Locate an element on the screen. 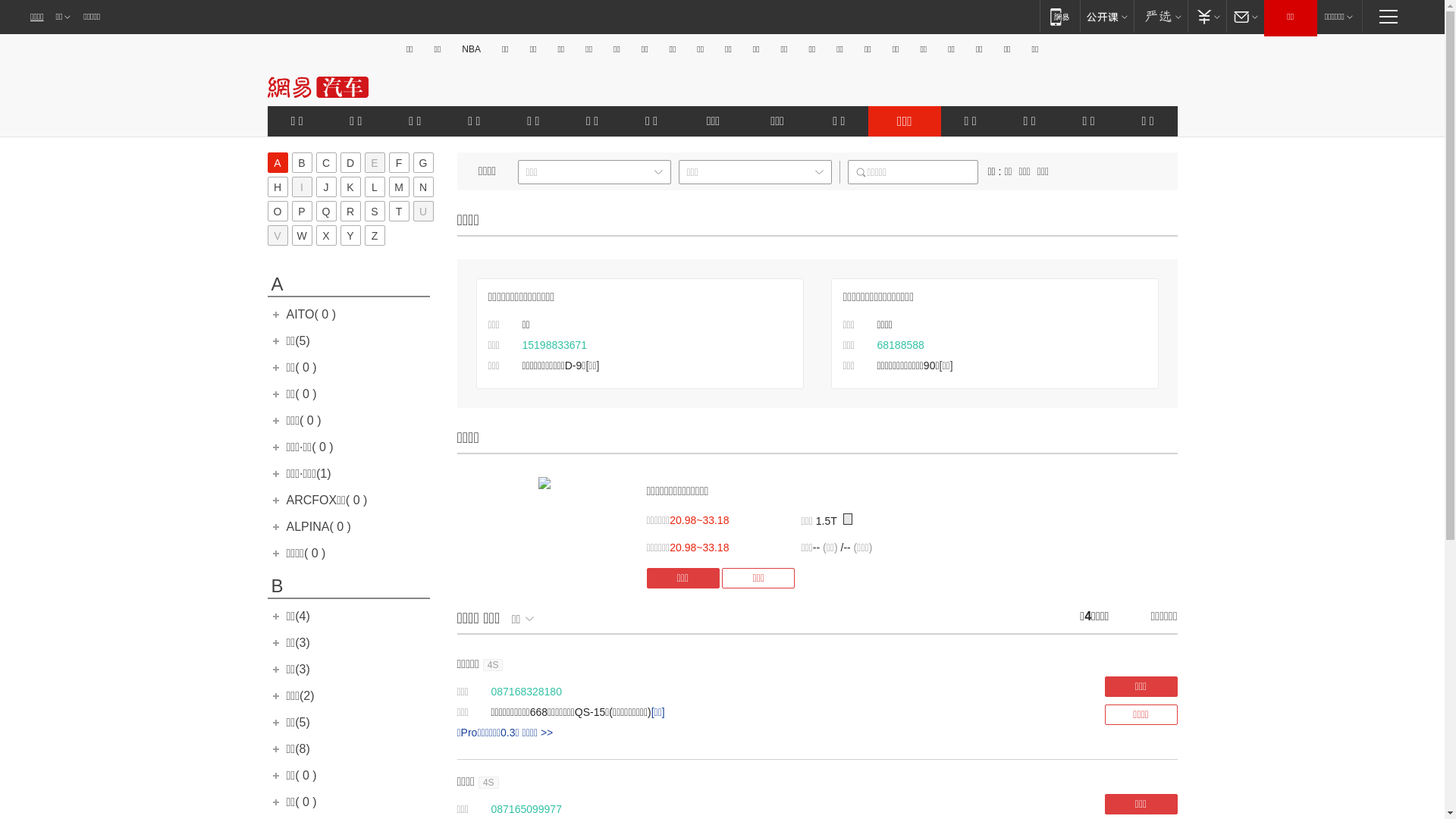  'Y' is located at coordinates (349, 235).